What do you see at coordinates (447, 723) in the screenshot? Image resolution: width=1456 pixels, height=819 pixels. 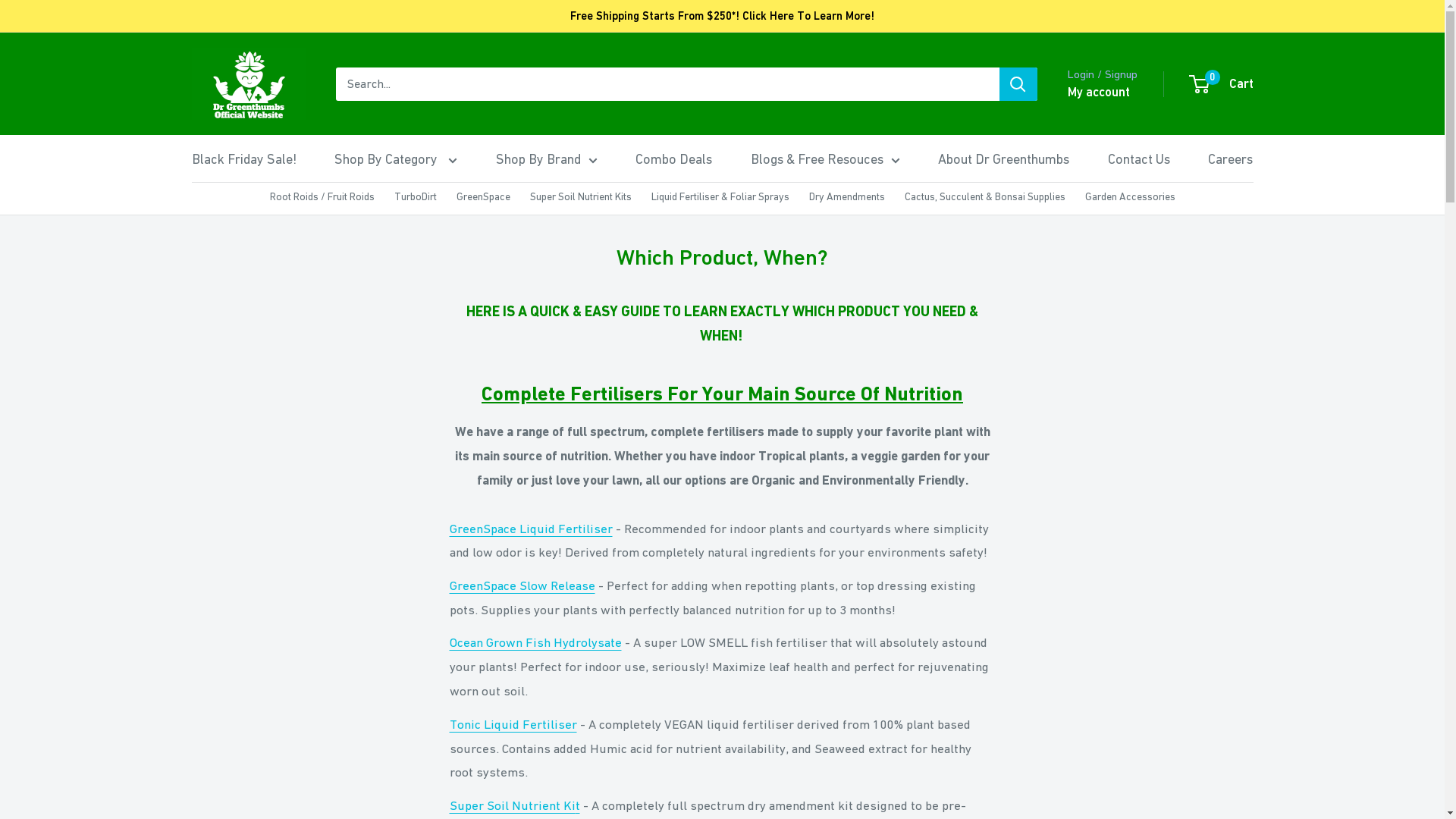 I see `'Tonic Liquid Fertiliser'` at bounding box center [447, 723].